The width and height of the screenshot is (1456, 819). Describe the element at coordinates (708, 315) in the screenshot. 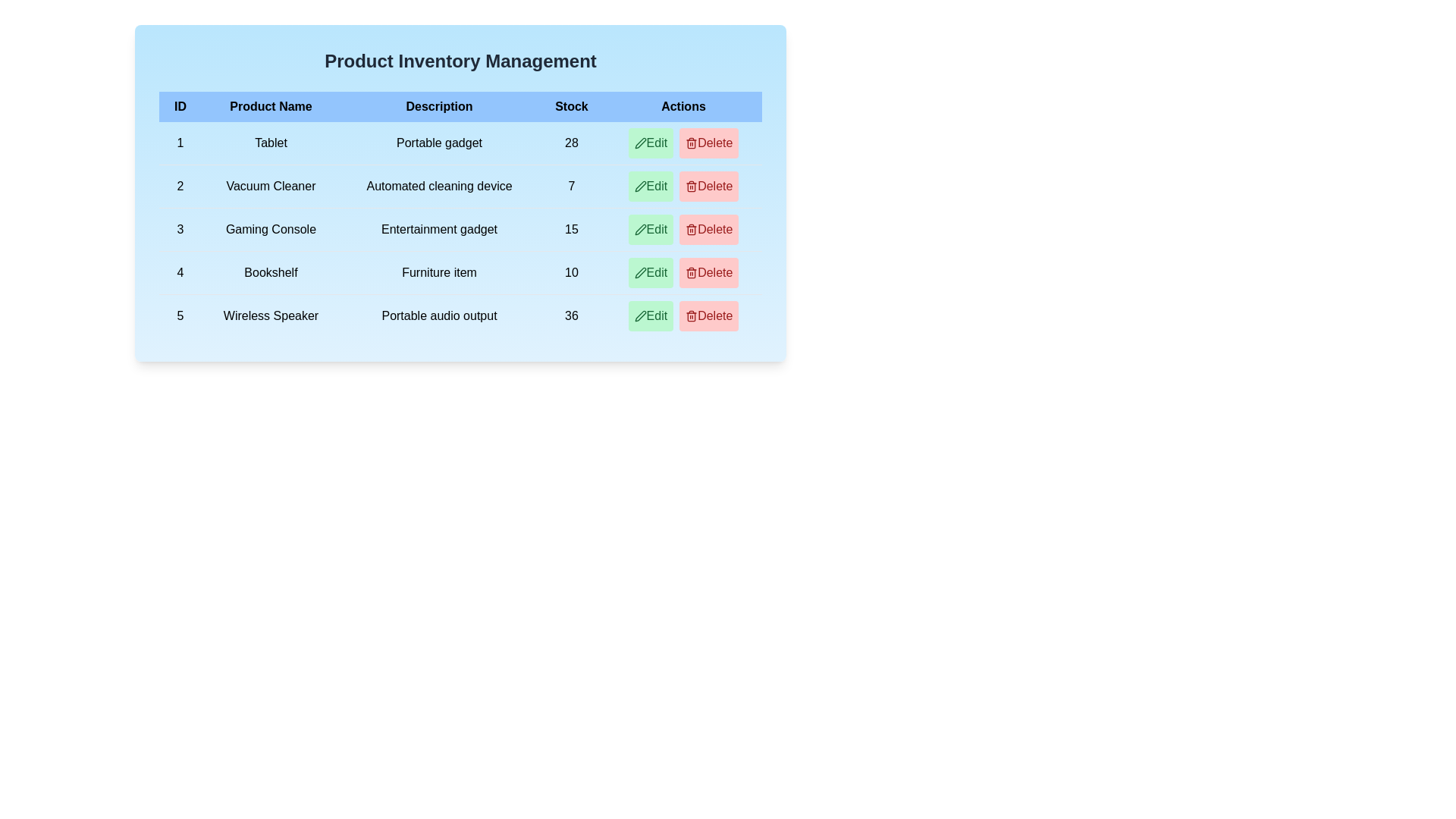

I see `the 'Delete' button with a red background and a trash can icon, located in the 'Actions' column for the 'Wireless Speaker' product entry` at that location.